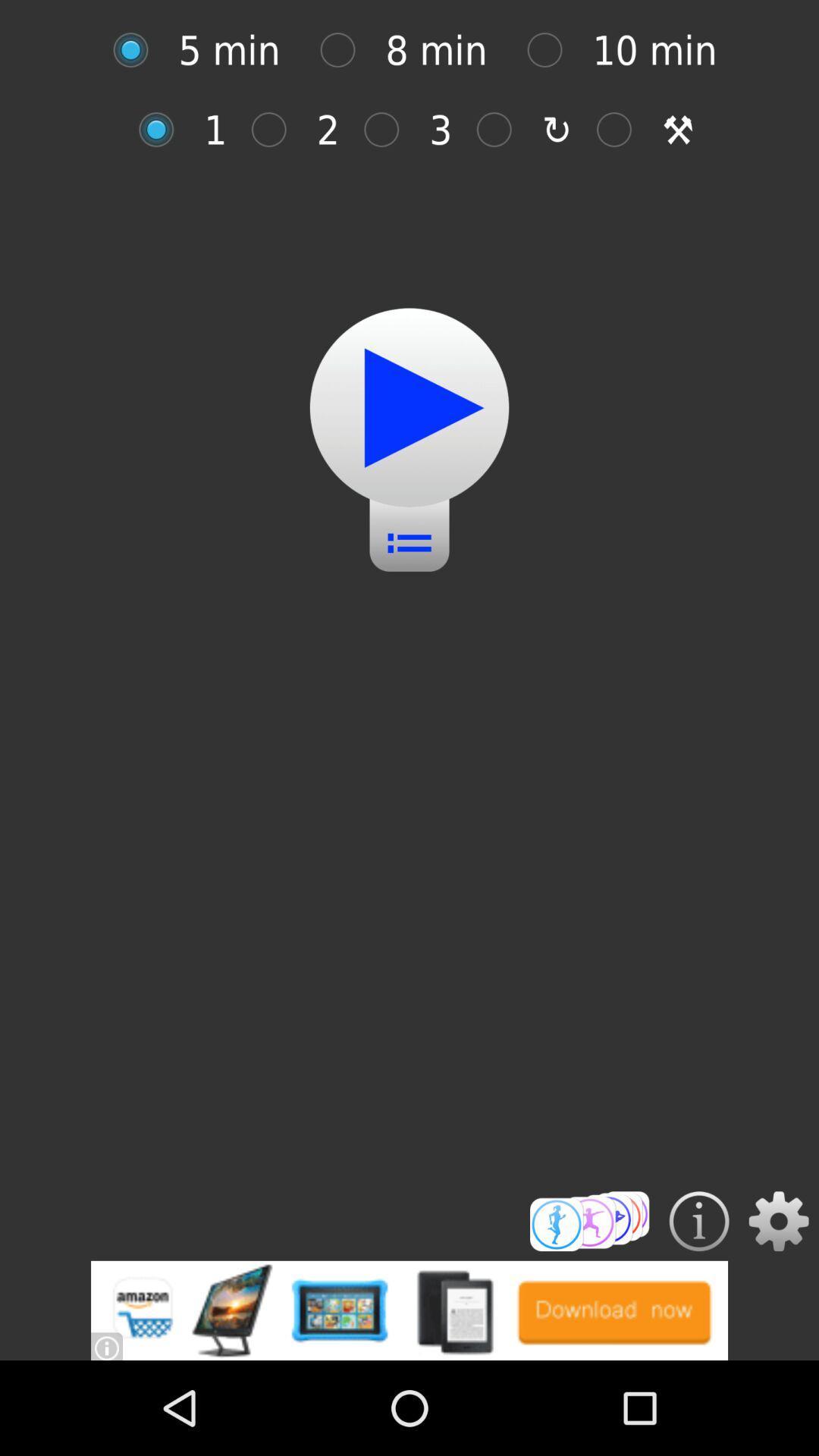  What do you see at coordinates (409, 407) in the screenshot?
I see `option` at bounding box center [409, 407].